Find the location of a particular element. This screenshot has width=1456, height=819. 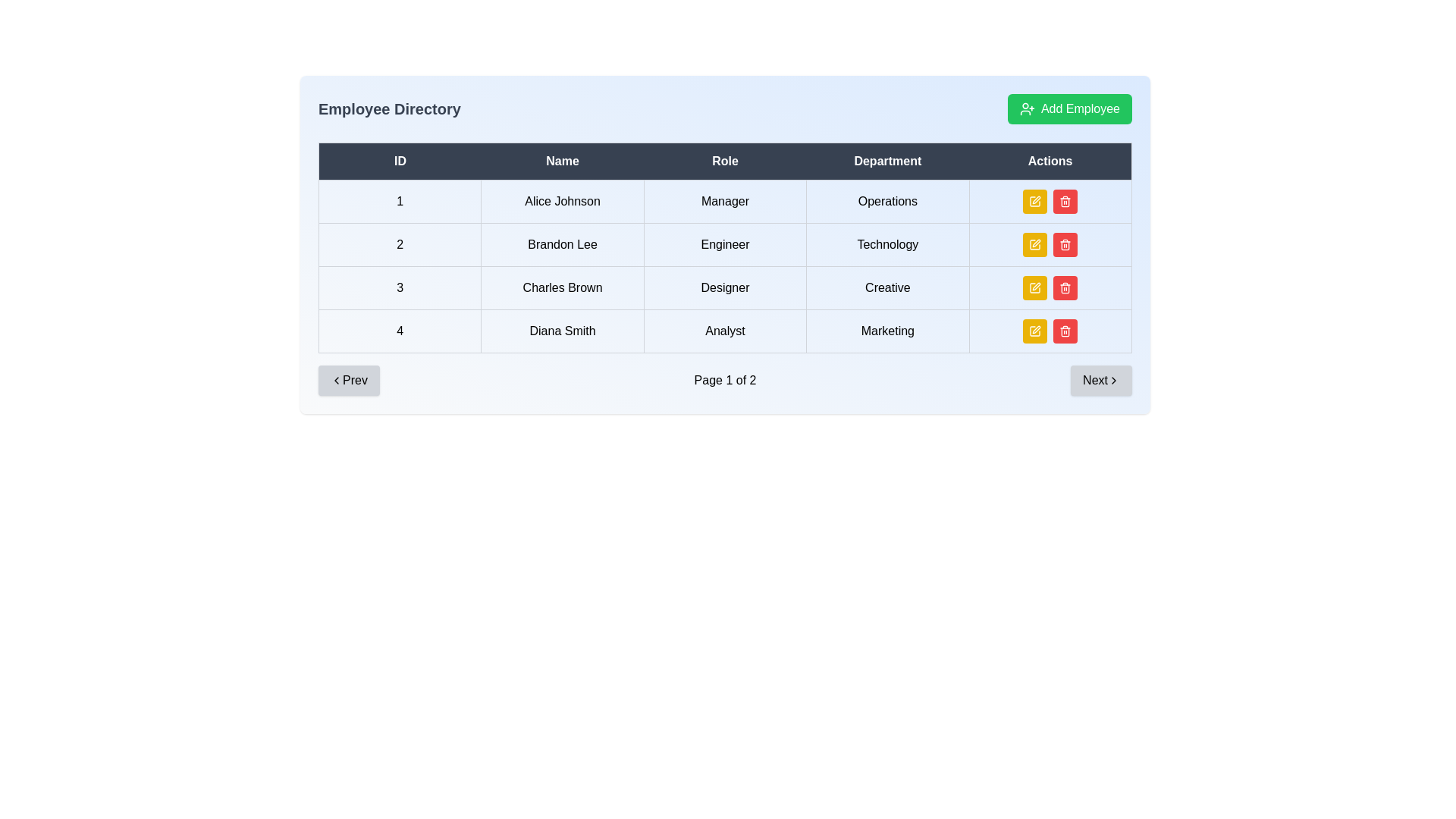

the button in the 'Actions' column of the fourth row is located at coordinates (1034, 330).